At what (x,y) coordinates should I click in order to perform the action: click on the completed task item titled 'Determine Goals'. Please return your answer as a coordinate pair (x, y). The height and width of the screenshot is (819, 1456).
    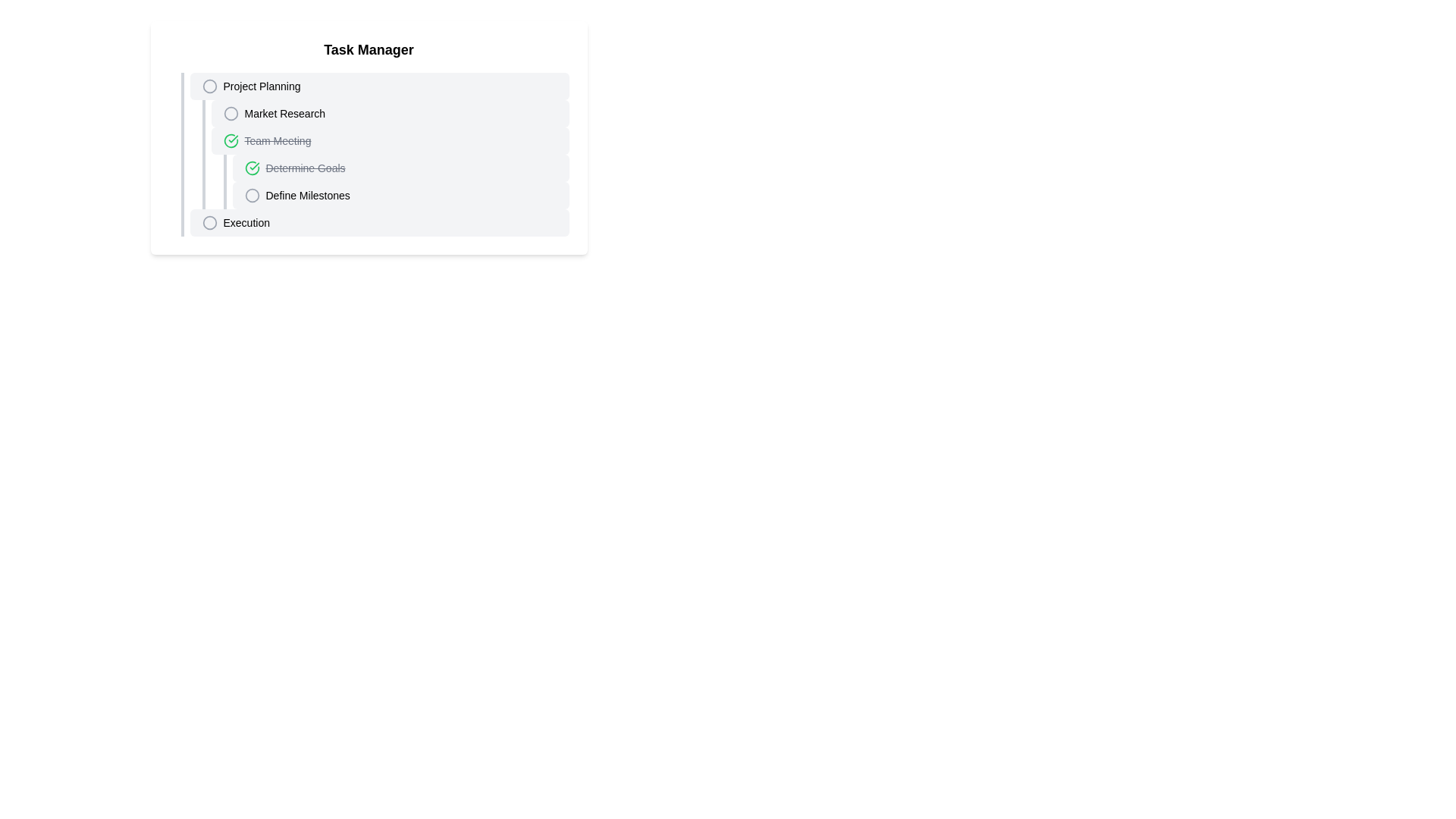
    Looking at the image, I should click on (396, 168).